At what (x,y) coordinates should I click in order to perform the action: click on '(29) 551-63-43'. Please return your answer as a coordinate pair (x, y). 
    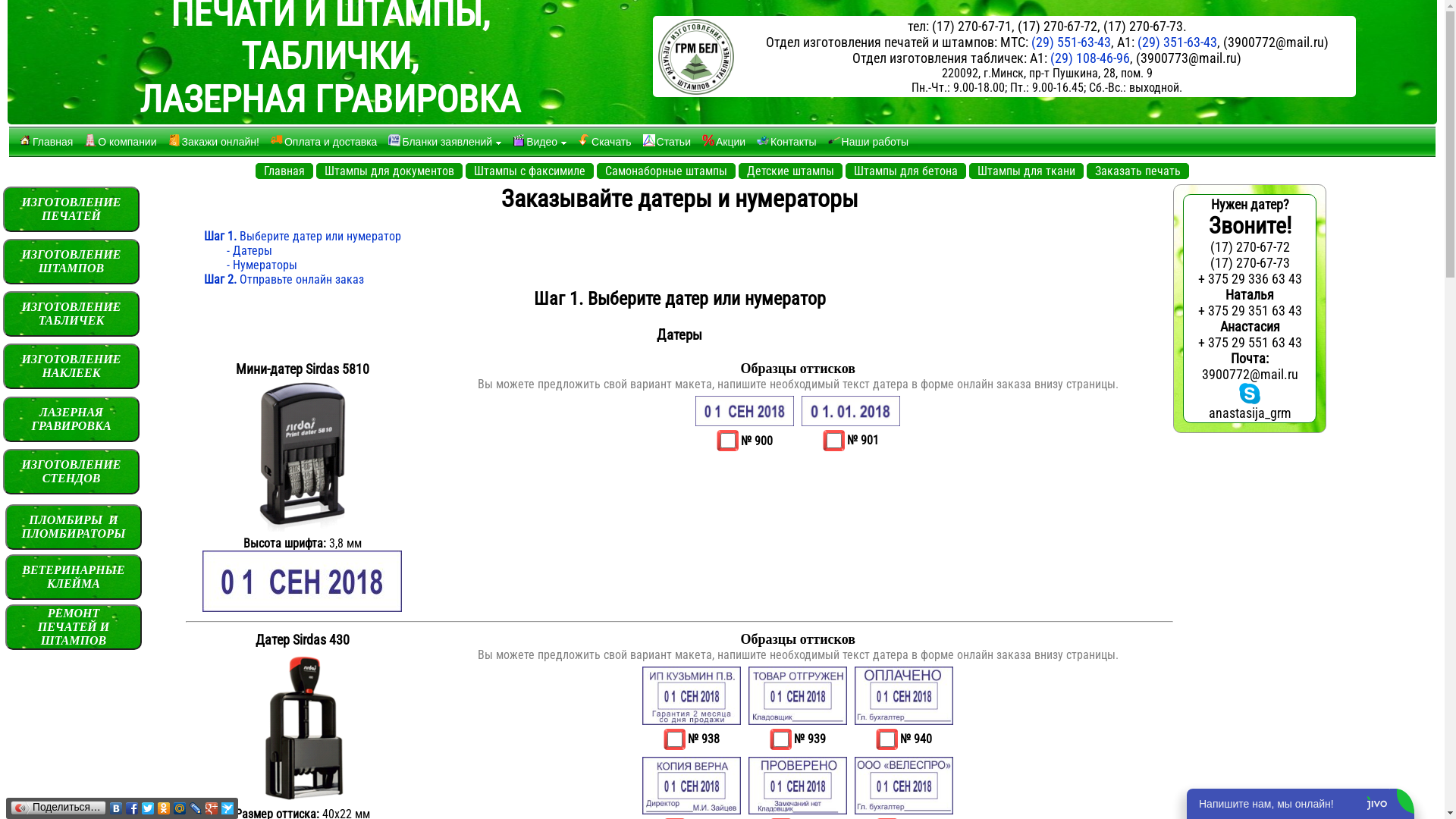
    Looking at the image, I should click on (1031, 41).